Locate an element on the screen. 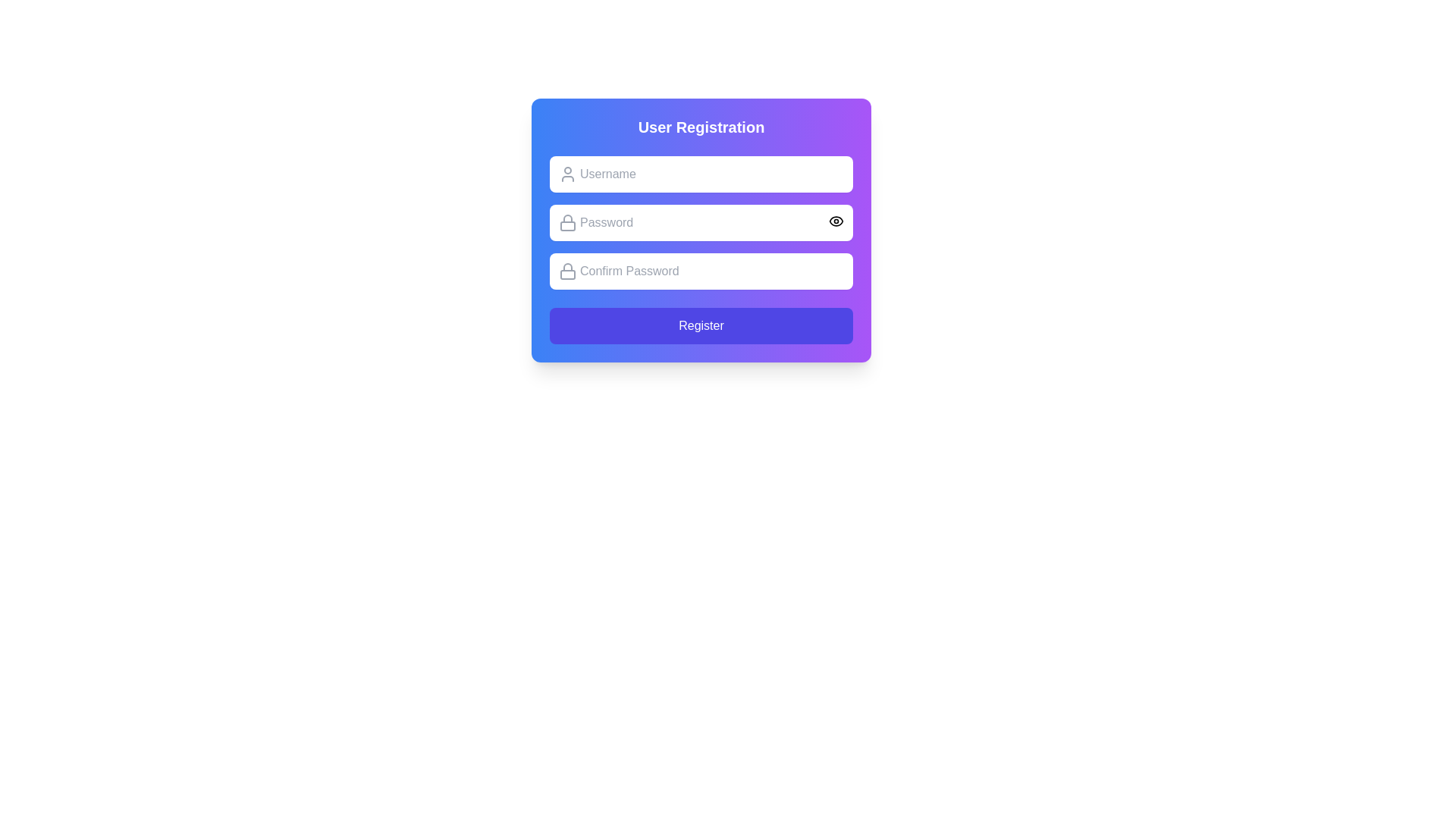  the decorative password icon to the left of the 'Password' input field in the user registration form is located at coordinates (566, 222).